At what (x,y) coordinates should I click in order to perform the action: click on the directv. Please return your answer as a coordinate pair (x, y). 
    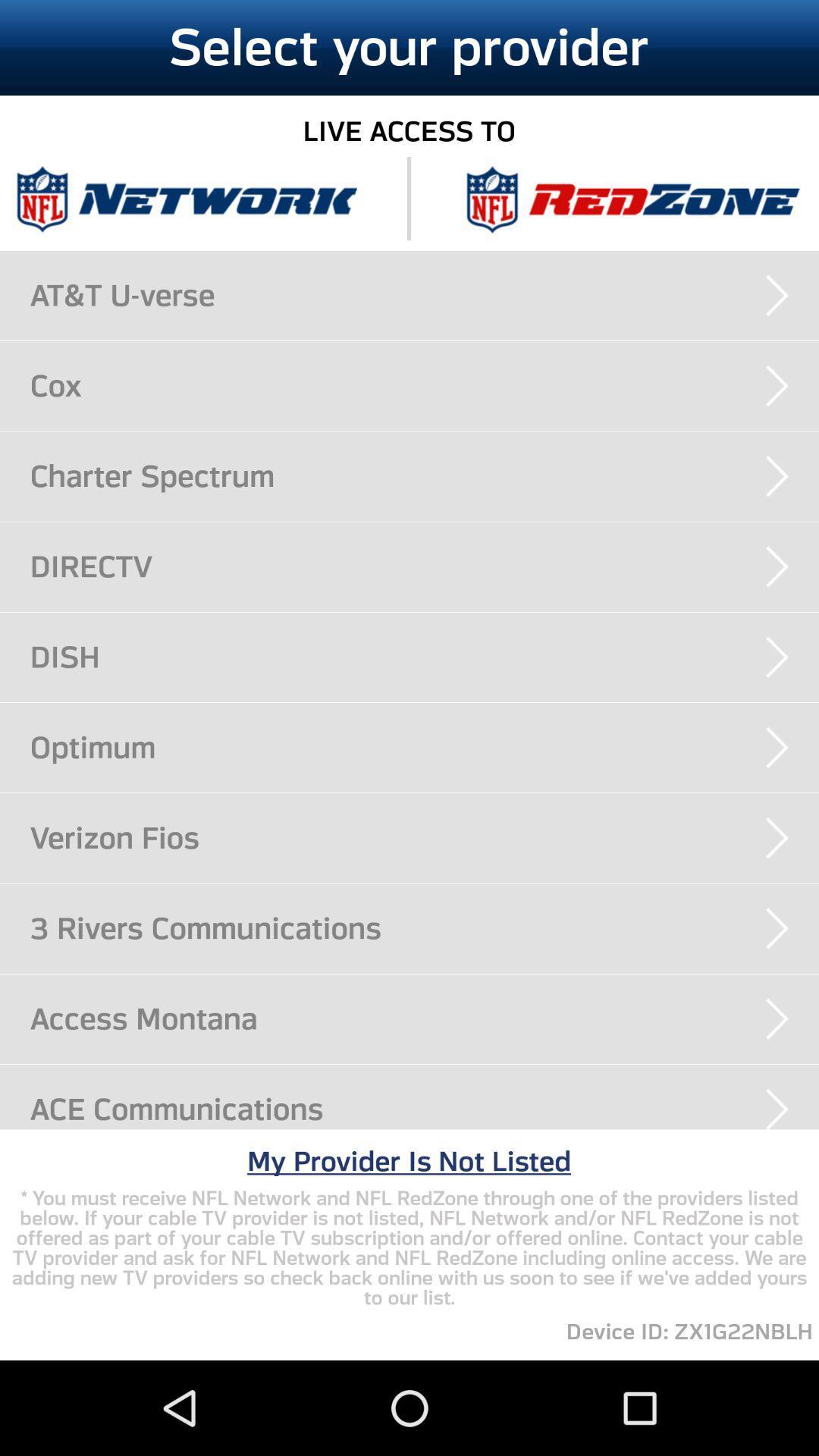
    Looking at the image, I should click on (424, 566).